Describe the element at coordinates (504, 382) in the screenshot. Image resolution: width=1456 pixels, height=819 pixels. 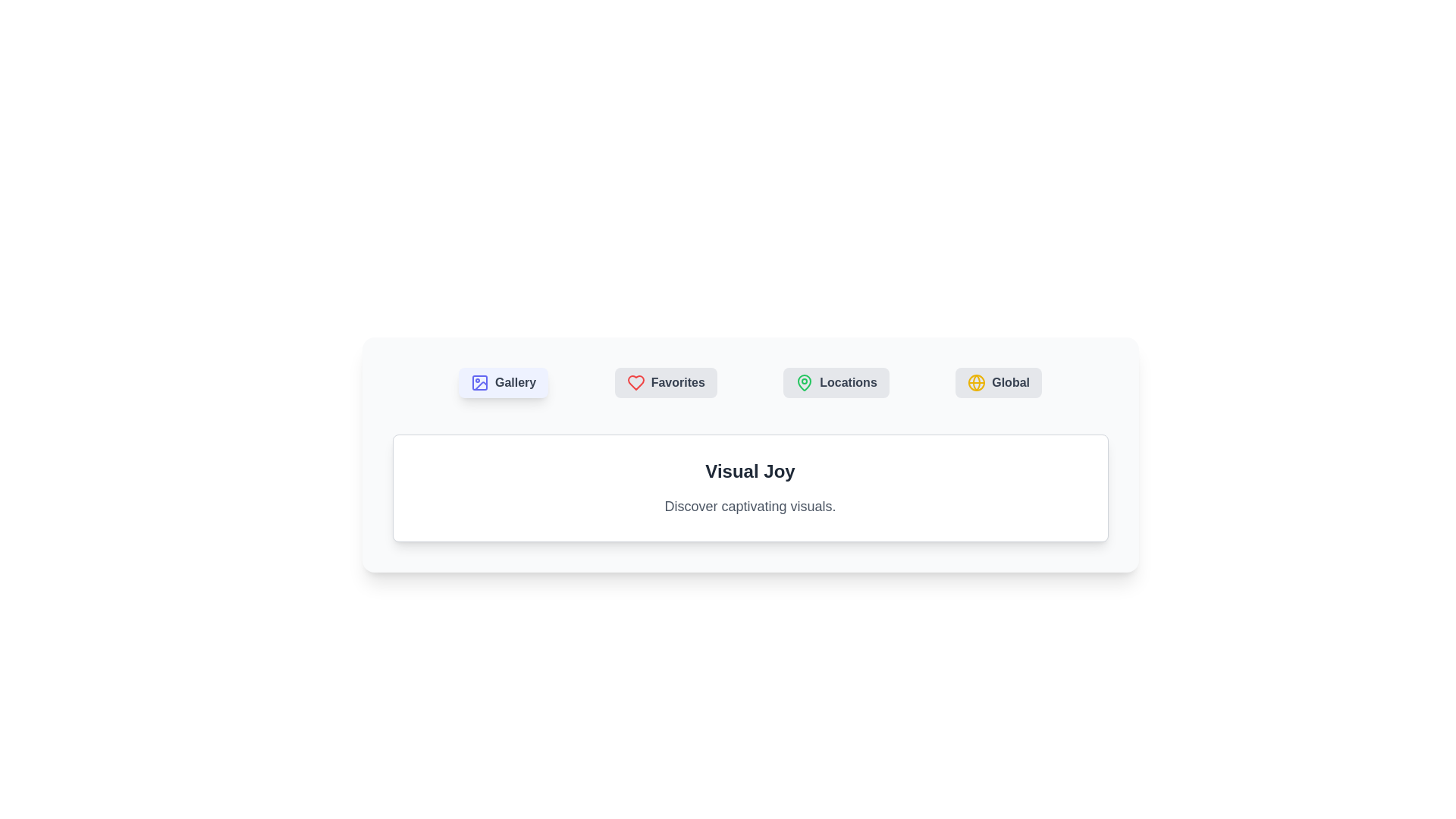
I see `the Gallery tab to switch content` at that location.